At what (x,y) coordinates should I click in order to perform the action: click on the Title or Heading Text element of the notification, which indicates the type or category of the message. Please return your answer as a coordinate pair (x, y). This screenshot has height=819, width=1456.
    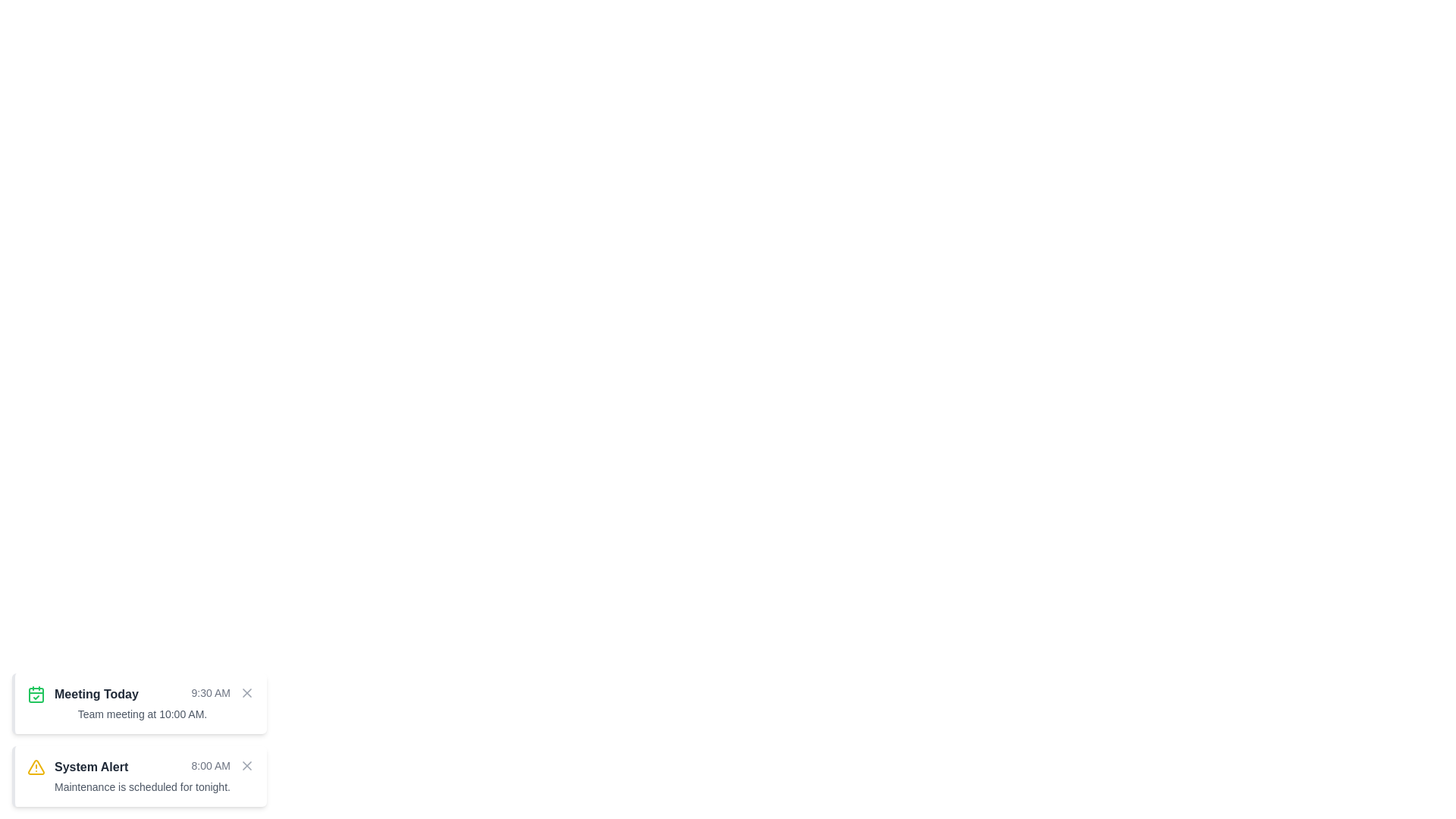
    Looking at the image, I should click on (90, 767).